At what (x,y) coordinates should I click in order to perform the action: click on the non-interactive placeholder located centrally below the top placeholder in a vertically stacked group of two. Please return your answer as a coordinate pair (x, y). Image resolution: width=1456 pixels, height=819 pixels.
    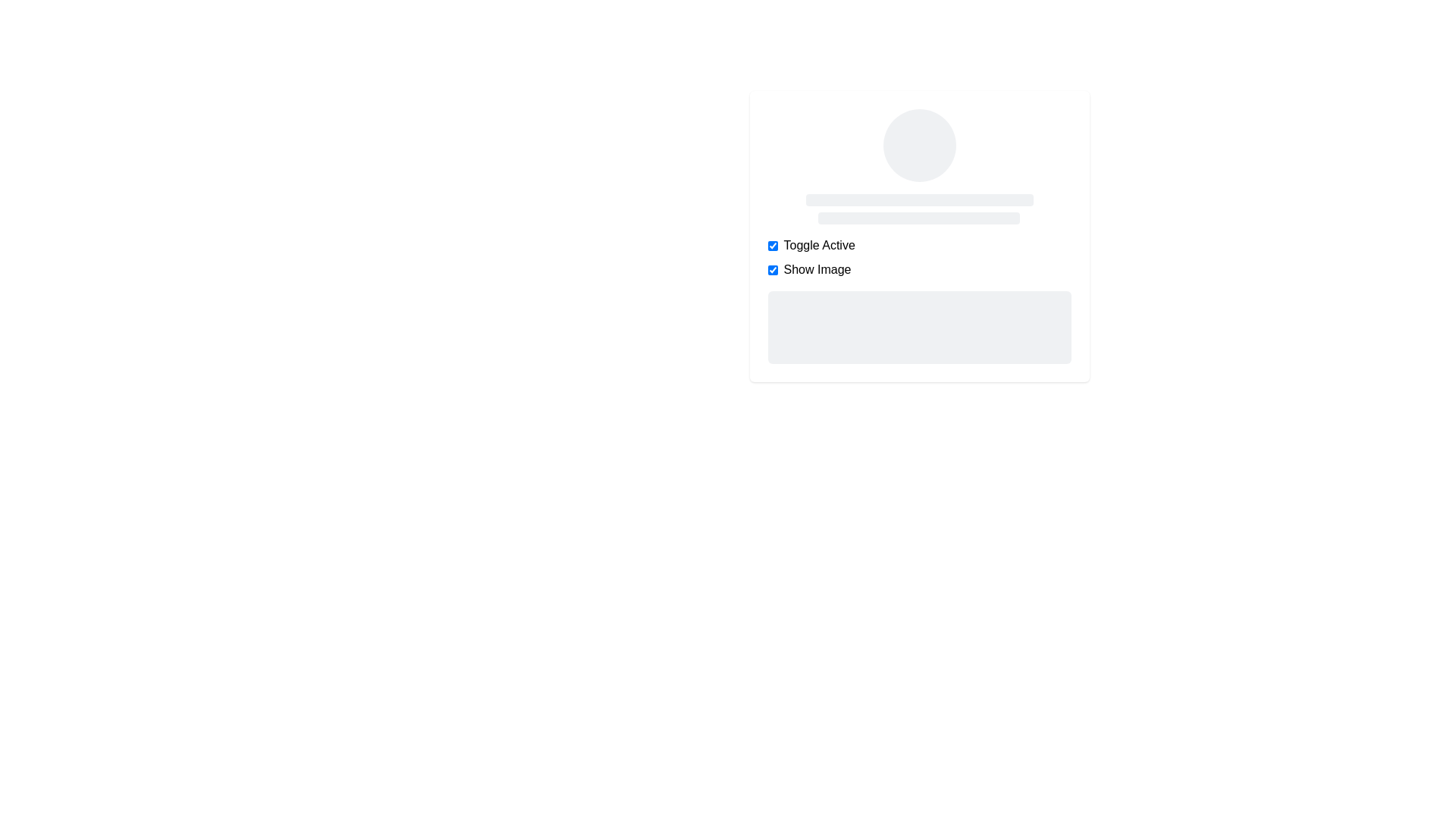
    Looking at the image, I should click on (918, 218).